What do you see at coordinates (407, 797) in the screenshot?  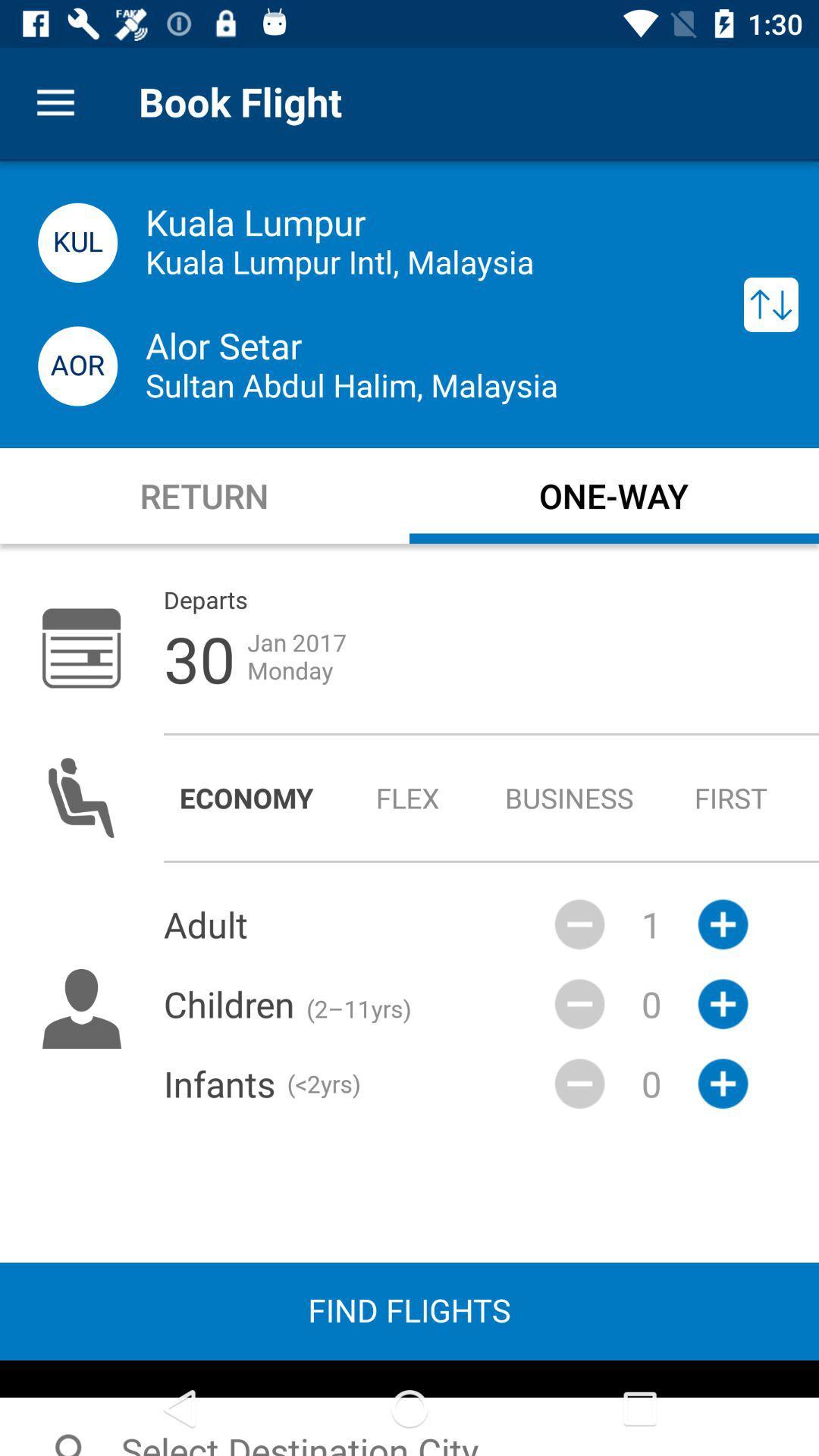 I see `the radio button to the right of economy icon` at bounding box center [407, 797].